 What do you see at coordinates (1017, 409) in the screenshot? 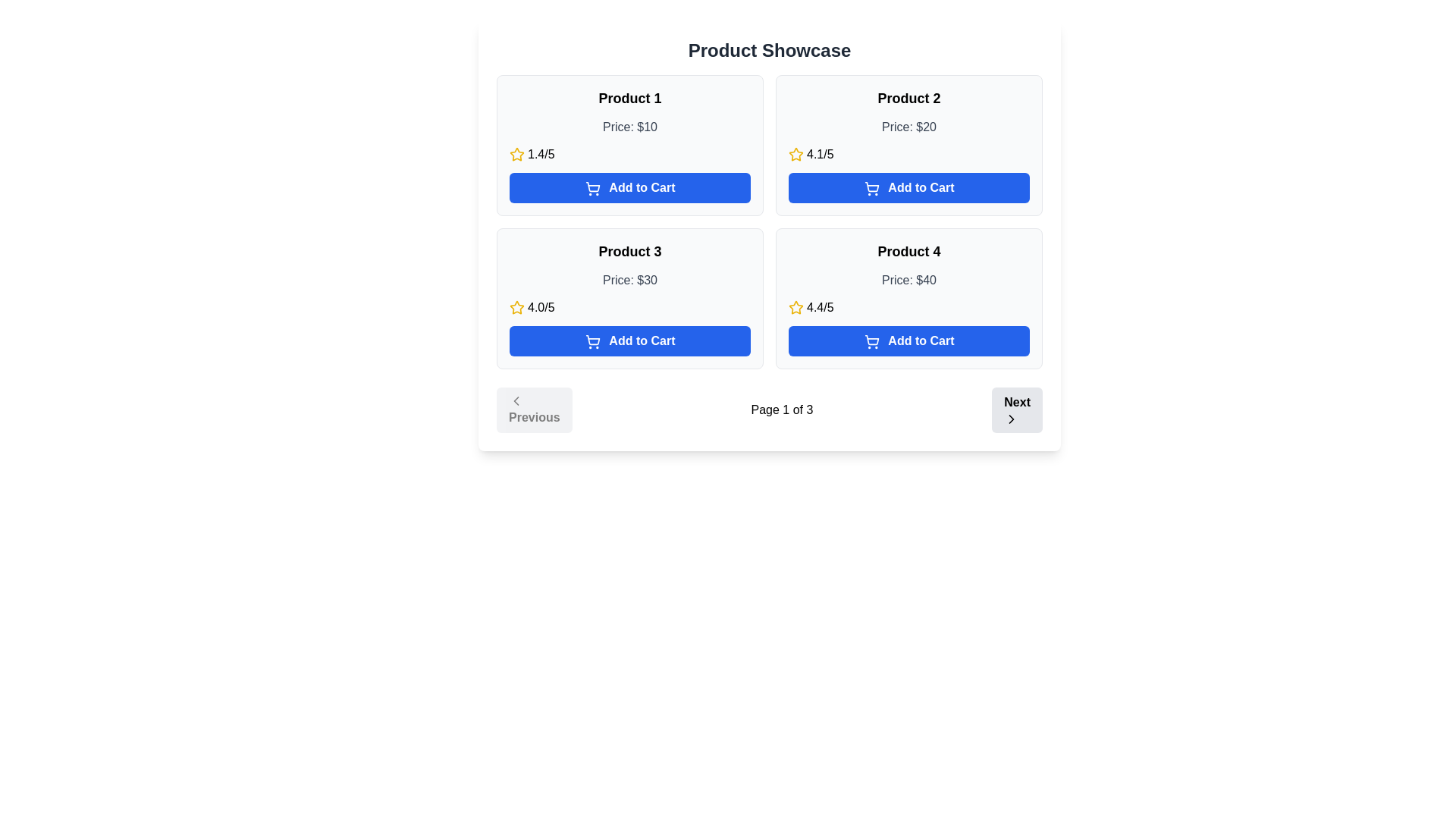
I see `the 'Next' button located at the bottom-right corner of the interface` at bounding box center [1017, 409].